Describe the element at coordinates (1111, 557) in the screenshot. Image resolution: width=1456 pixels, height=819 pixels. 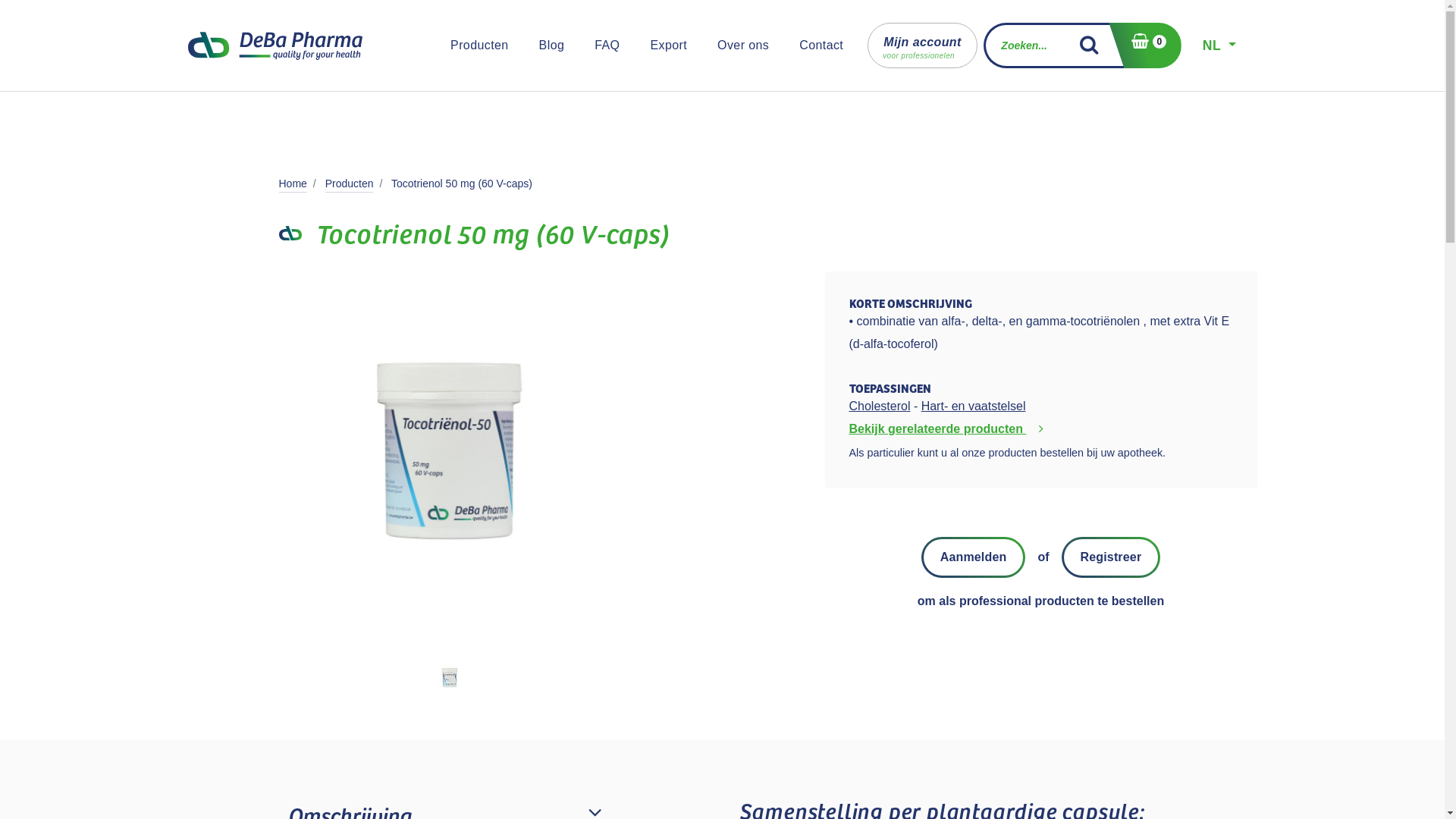
I see `'Registreer'` at that location.